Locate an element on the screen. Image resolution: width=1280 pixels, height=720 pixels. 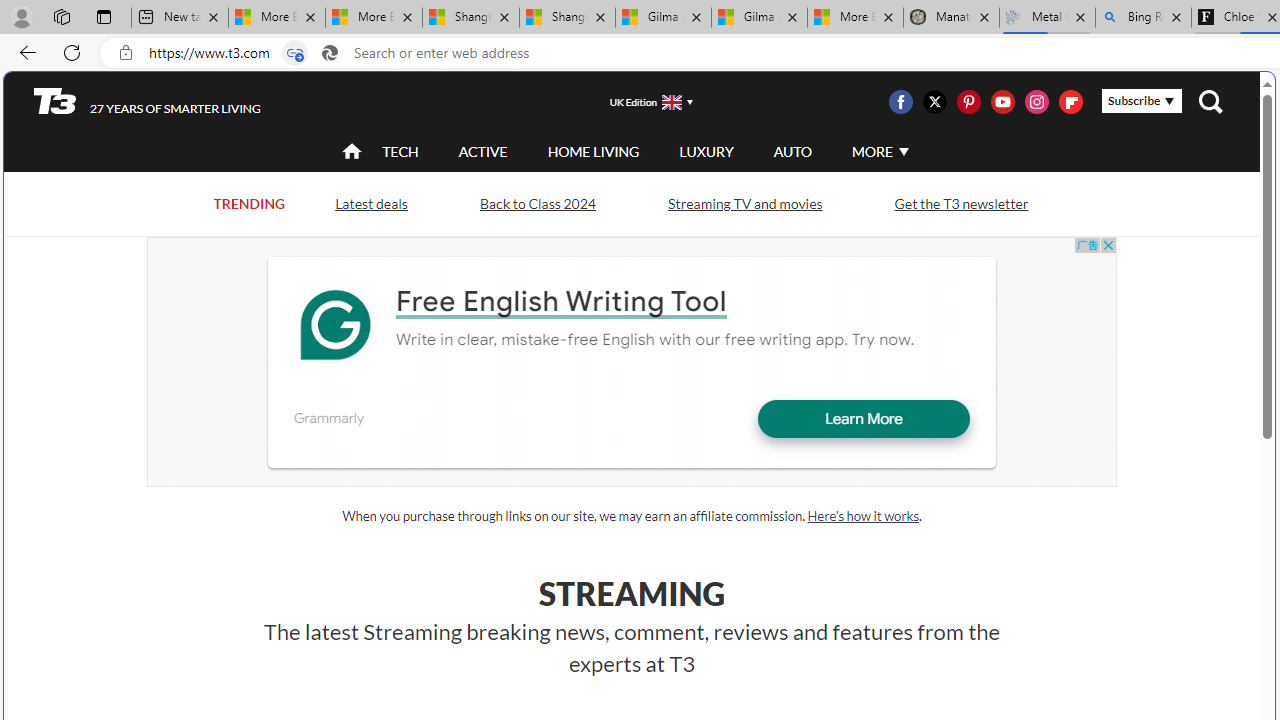
'Class: navigation__item' is located at coordinates (350, 150).